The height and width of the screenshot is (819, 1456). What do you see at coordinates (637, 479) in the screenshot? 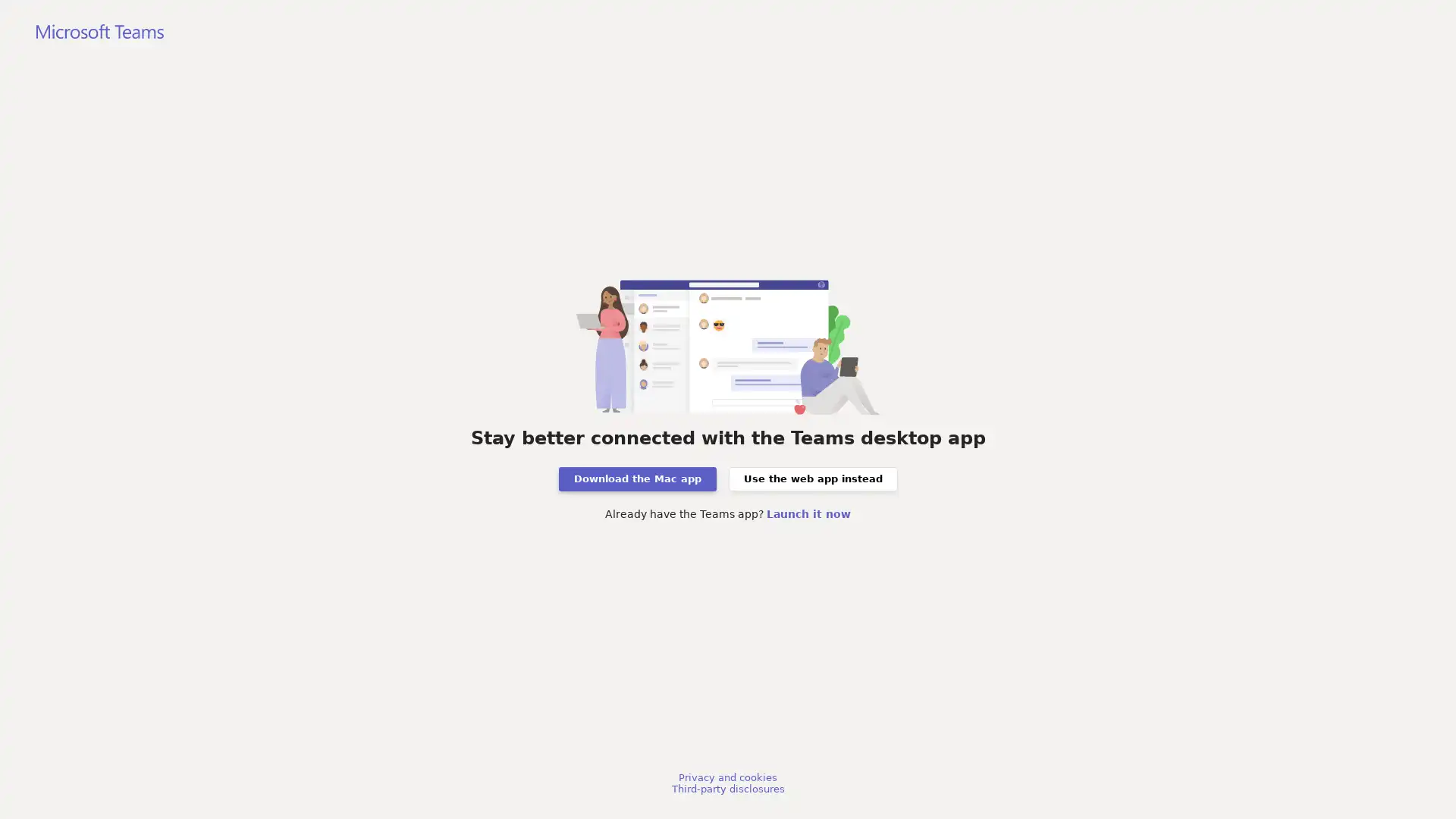
I see `Download the Mac app` at bounding box center [637, 479].